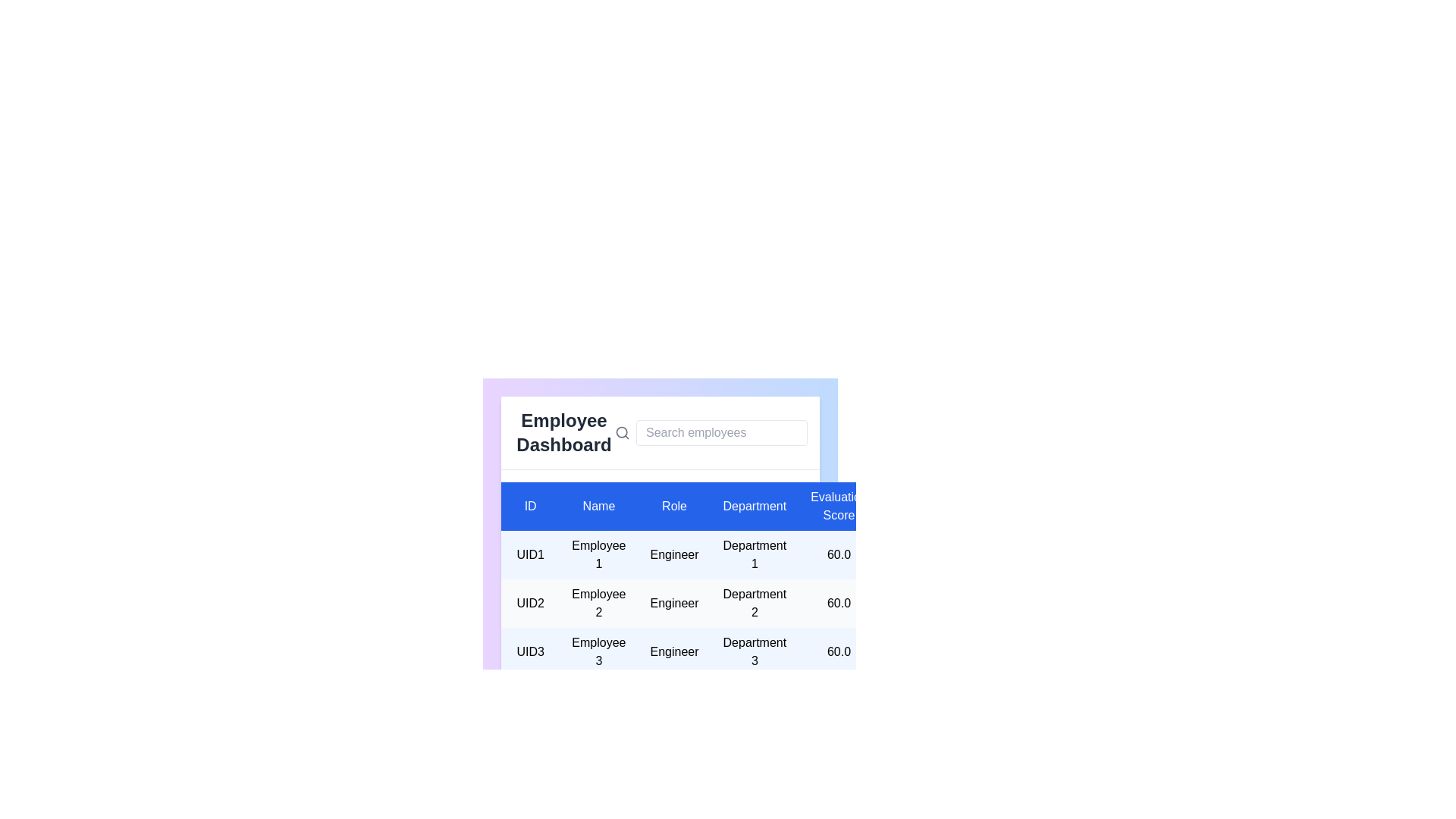 This screenshot has width=1456, height=819. What do you see at coordinates (530, 506) in the screenshot?
I see `the table header labeled 'ID' to highlight the respective column` at bounding box center [530, 506].